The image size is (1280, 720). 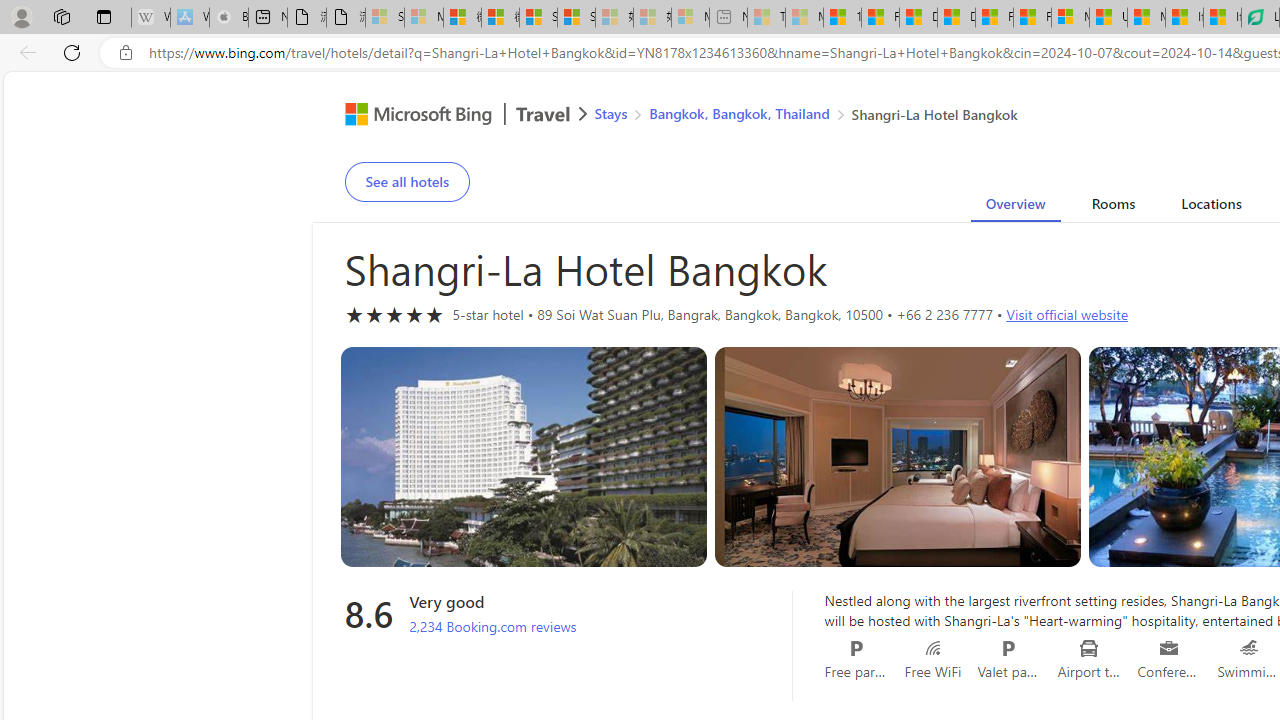 What do you see at coordinates (1015, 207) in the screenshot?
I see `'Overview'` at bounding box center [1015, 207].